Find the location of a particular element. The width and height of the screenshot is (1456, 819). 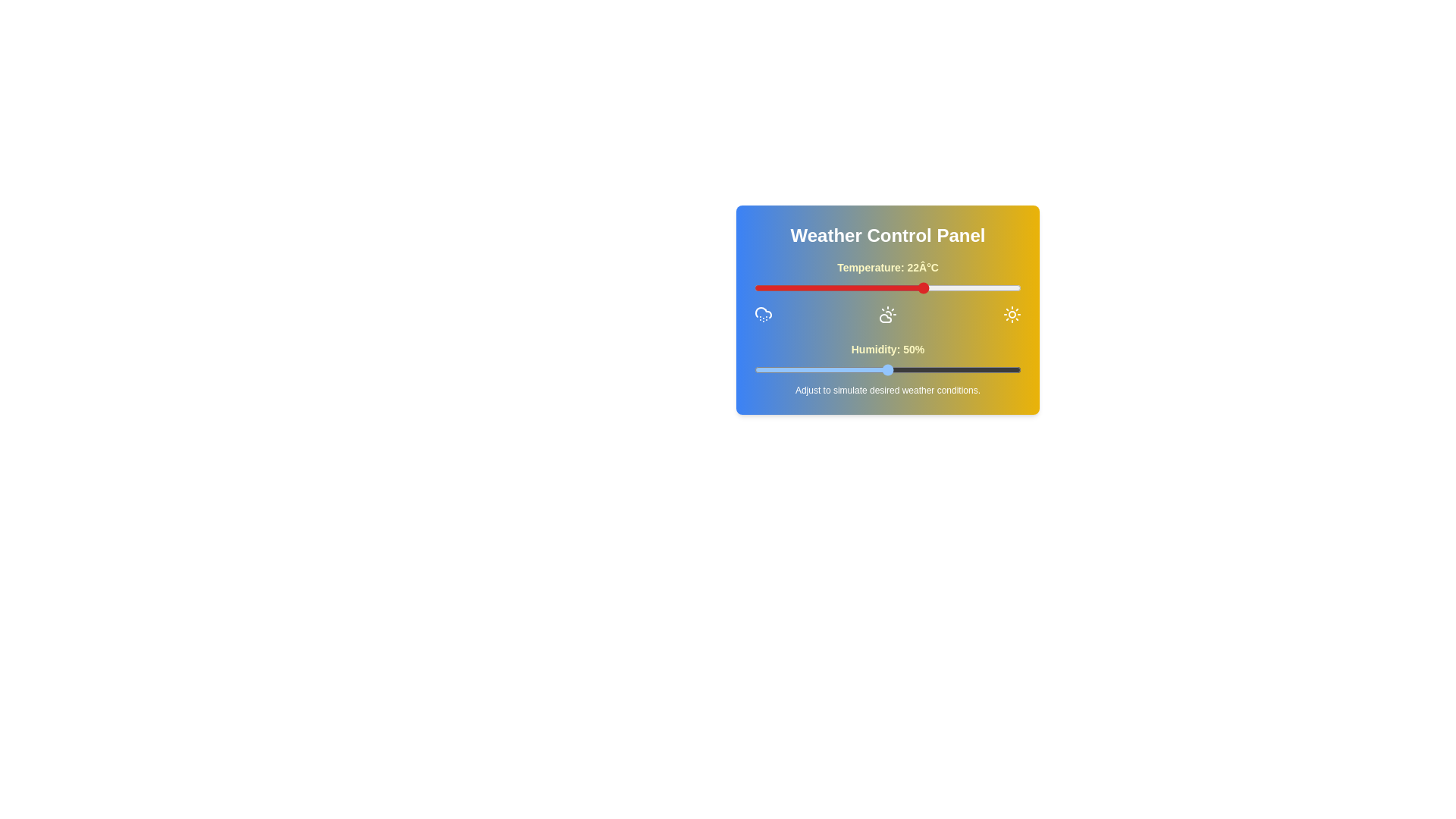

the temperature is located at coordinates (791, 288).